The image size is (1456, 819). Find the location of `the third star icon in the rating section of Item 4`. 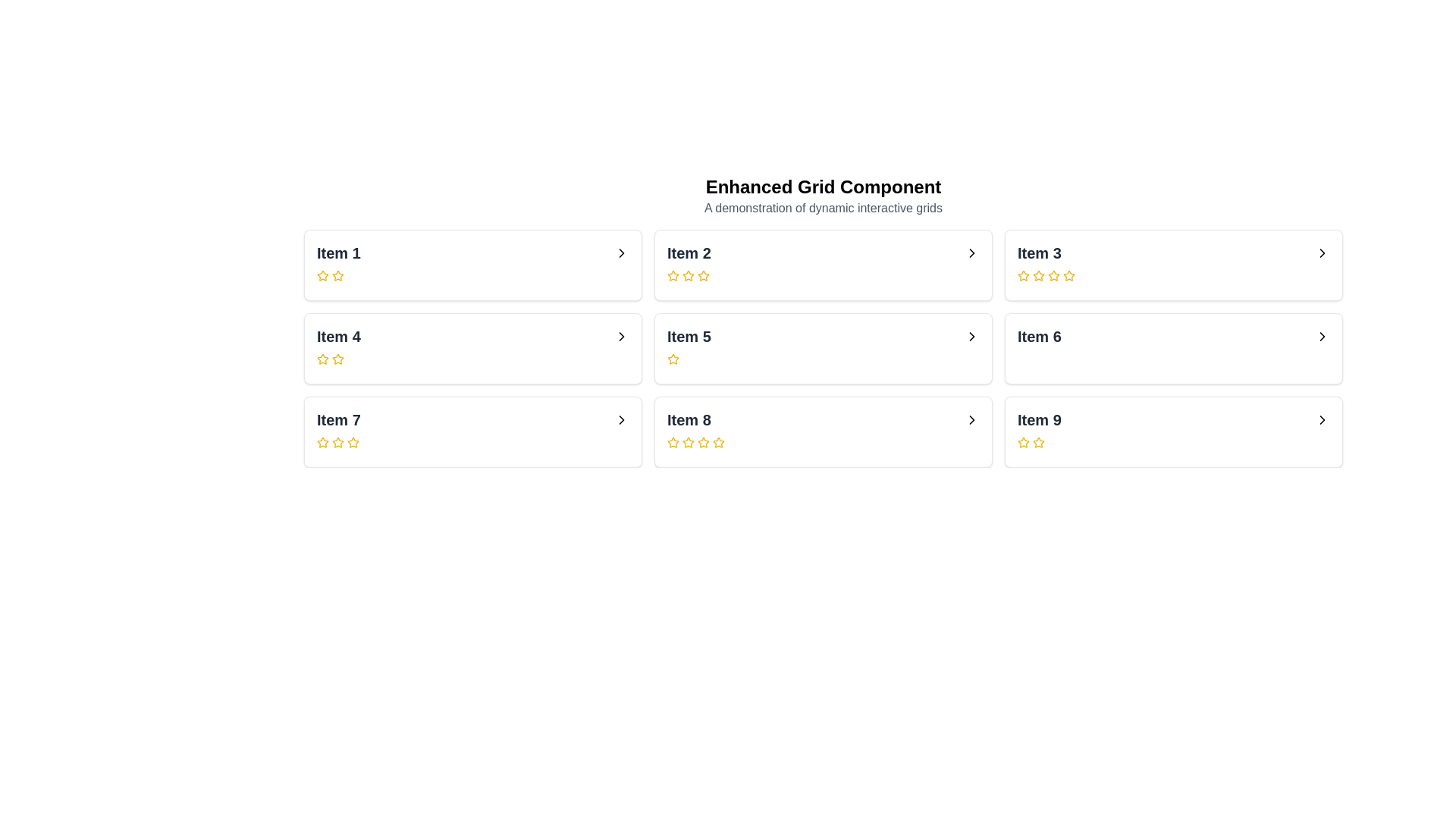

the third star icon in the rating section of Item 4 is located at coordinates (337, 359).